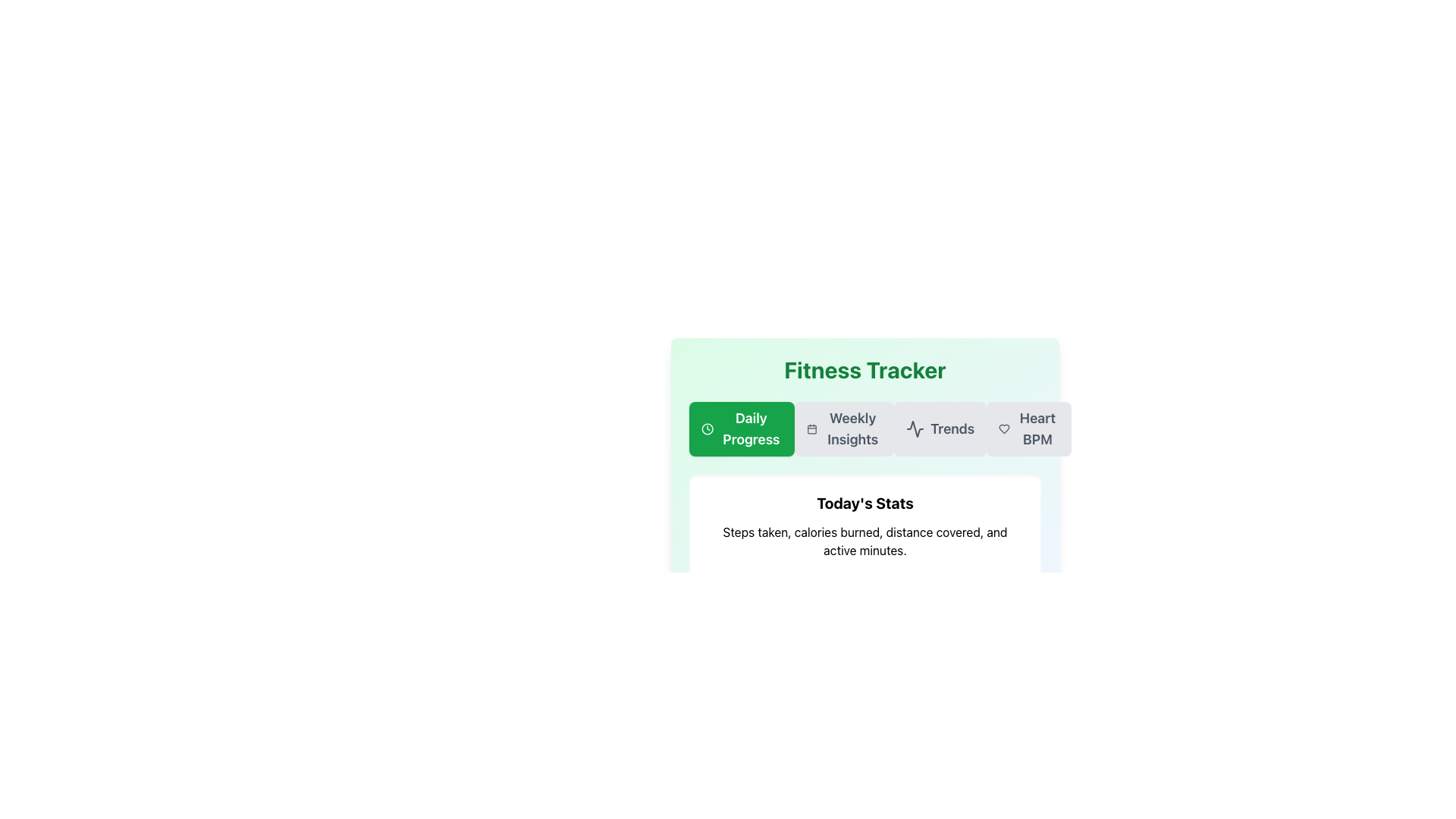 This screenshot has height=819, width=1456. I want to click on the time or progress icon located on the left side of the green 'Daily Progress' button, which enhances the button's meaning, so click(707, 429).